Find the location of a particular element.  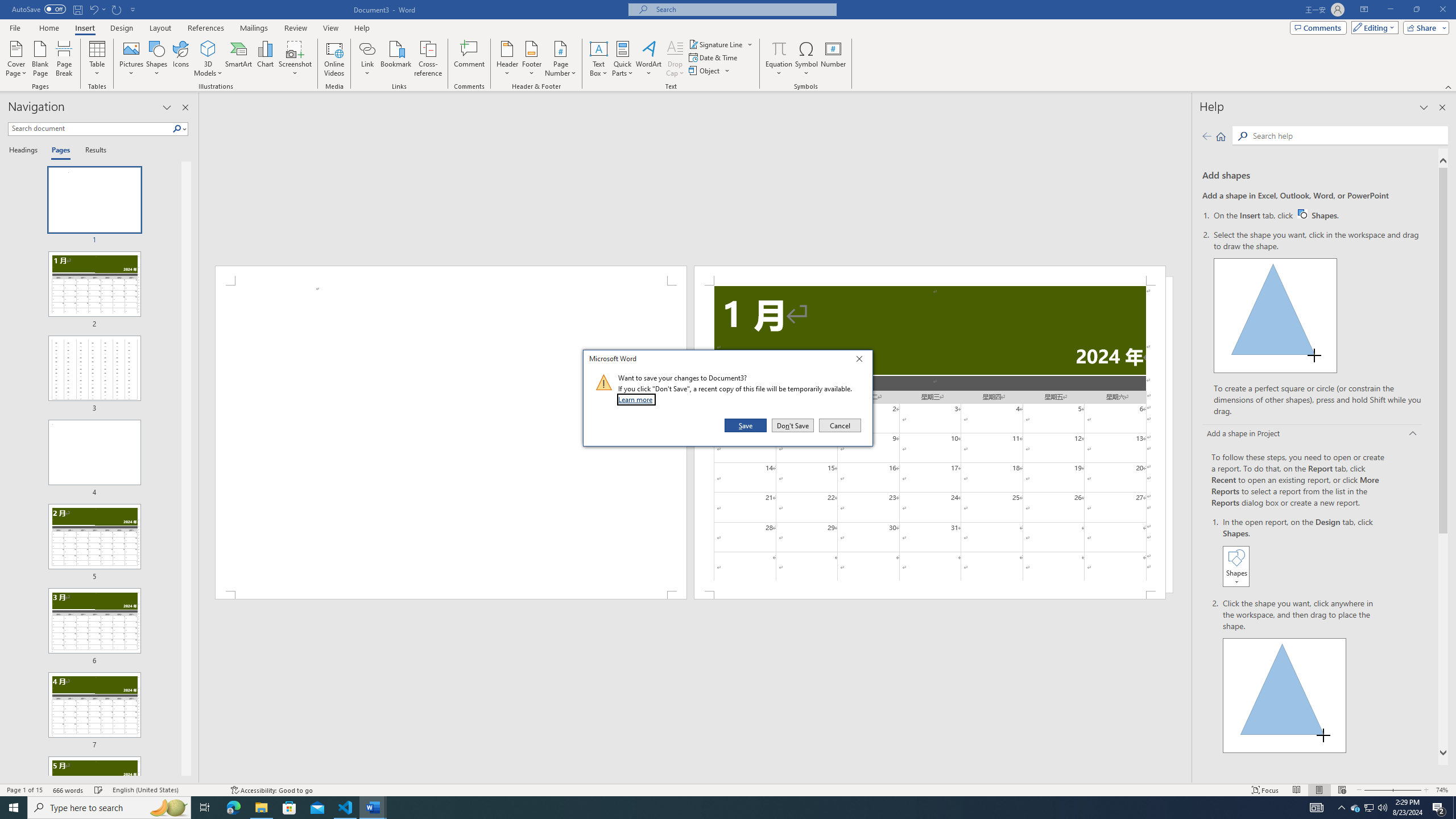

'Search document' is located at coordinates (90, 128).